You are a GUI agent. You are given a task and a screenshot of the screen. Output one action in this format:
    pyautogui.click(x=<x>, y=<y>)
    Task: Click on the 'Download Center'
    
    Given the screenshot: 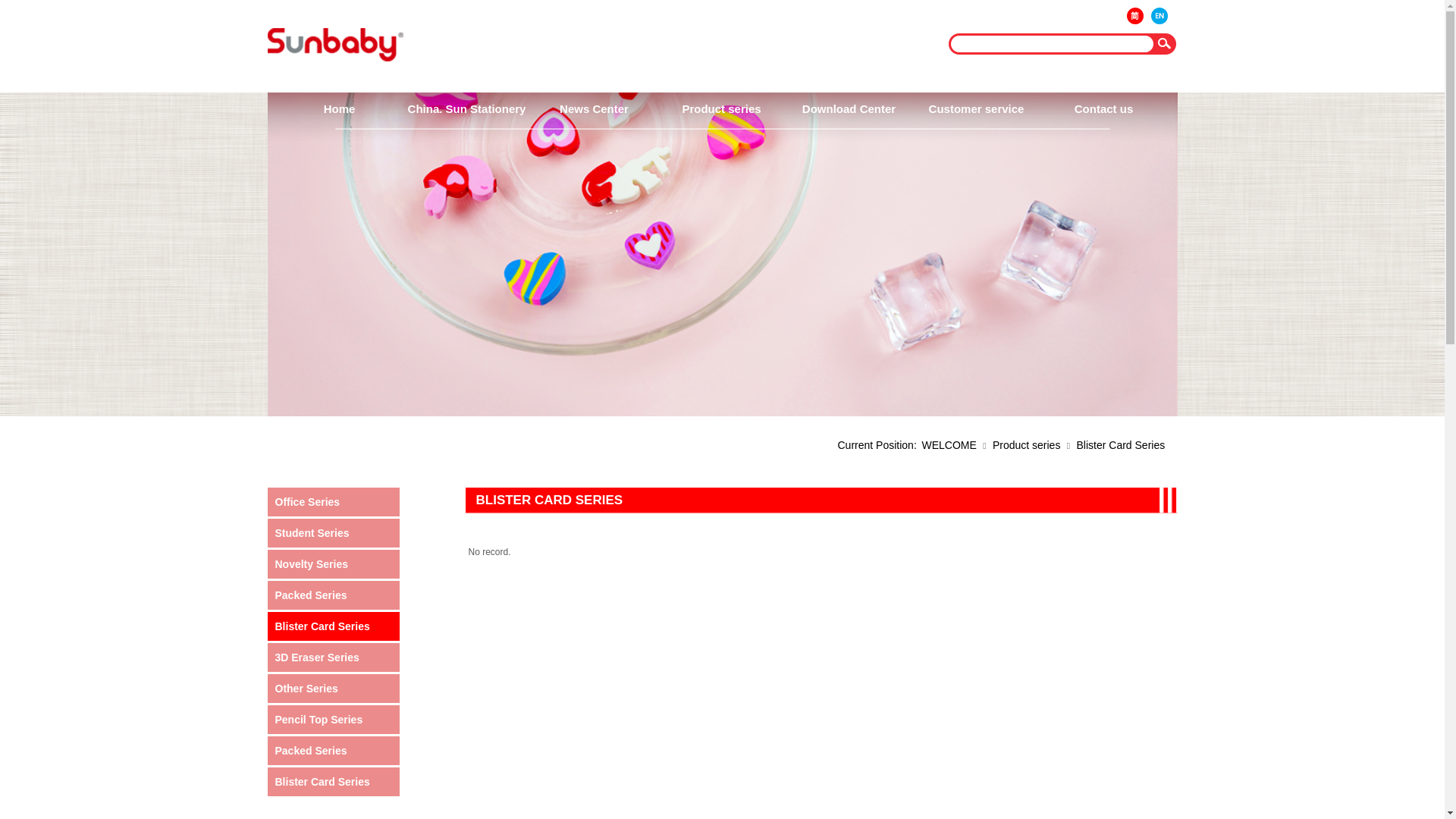 What is the action you would take?
    pyautogui.click(x=847, y=108)
    